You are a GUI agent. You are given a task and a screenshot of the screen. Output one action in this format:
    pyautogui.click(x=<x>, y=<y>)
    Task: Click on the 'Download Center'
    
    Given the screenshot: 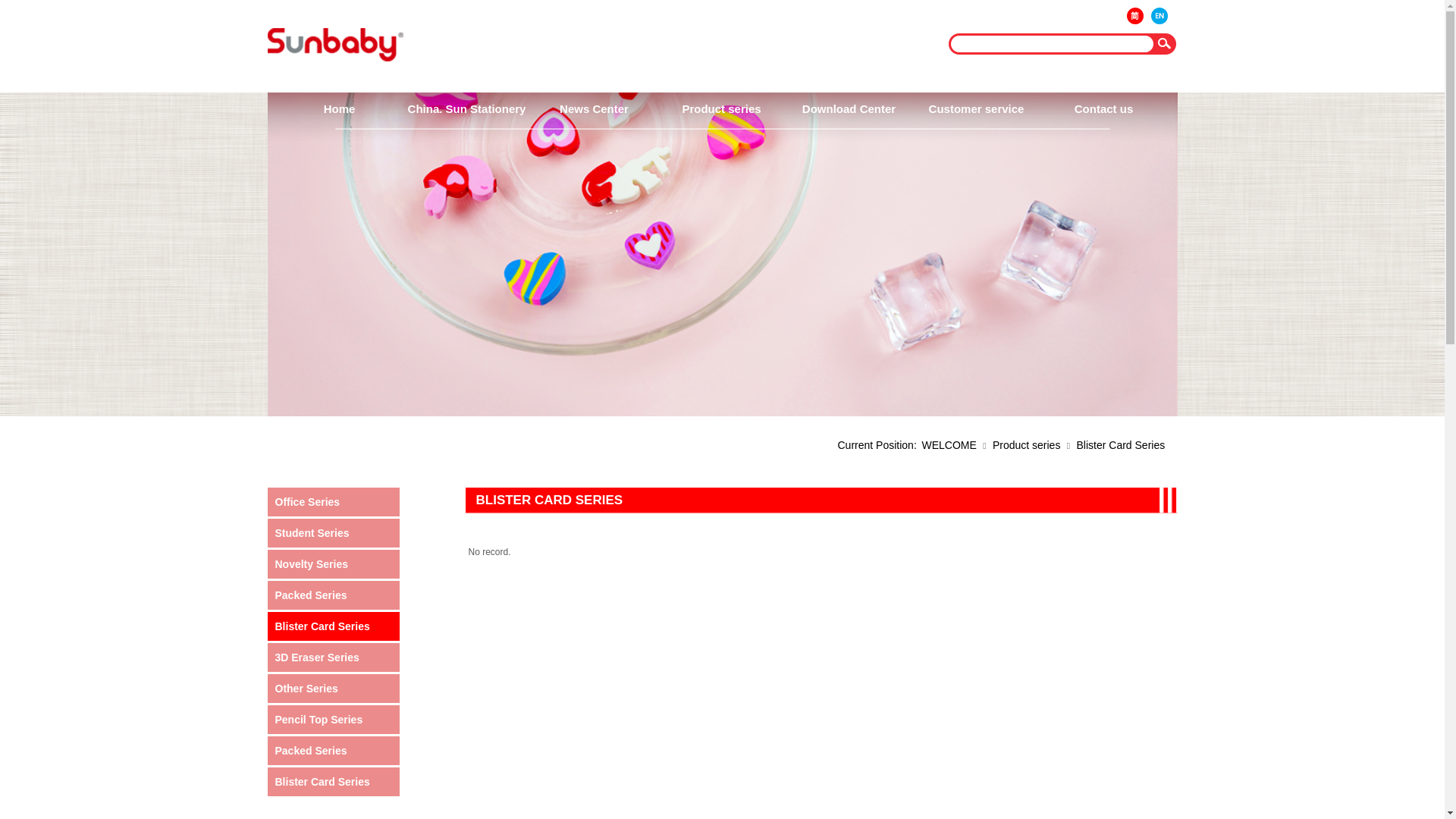 What is the action you would take?
    pyautogui.click(x=847, y=108)
    